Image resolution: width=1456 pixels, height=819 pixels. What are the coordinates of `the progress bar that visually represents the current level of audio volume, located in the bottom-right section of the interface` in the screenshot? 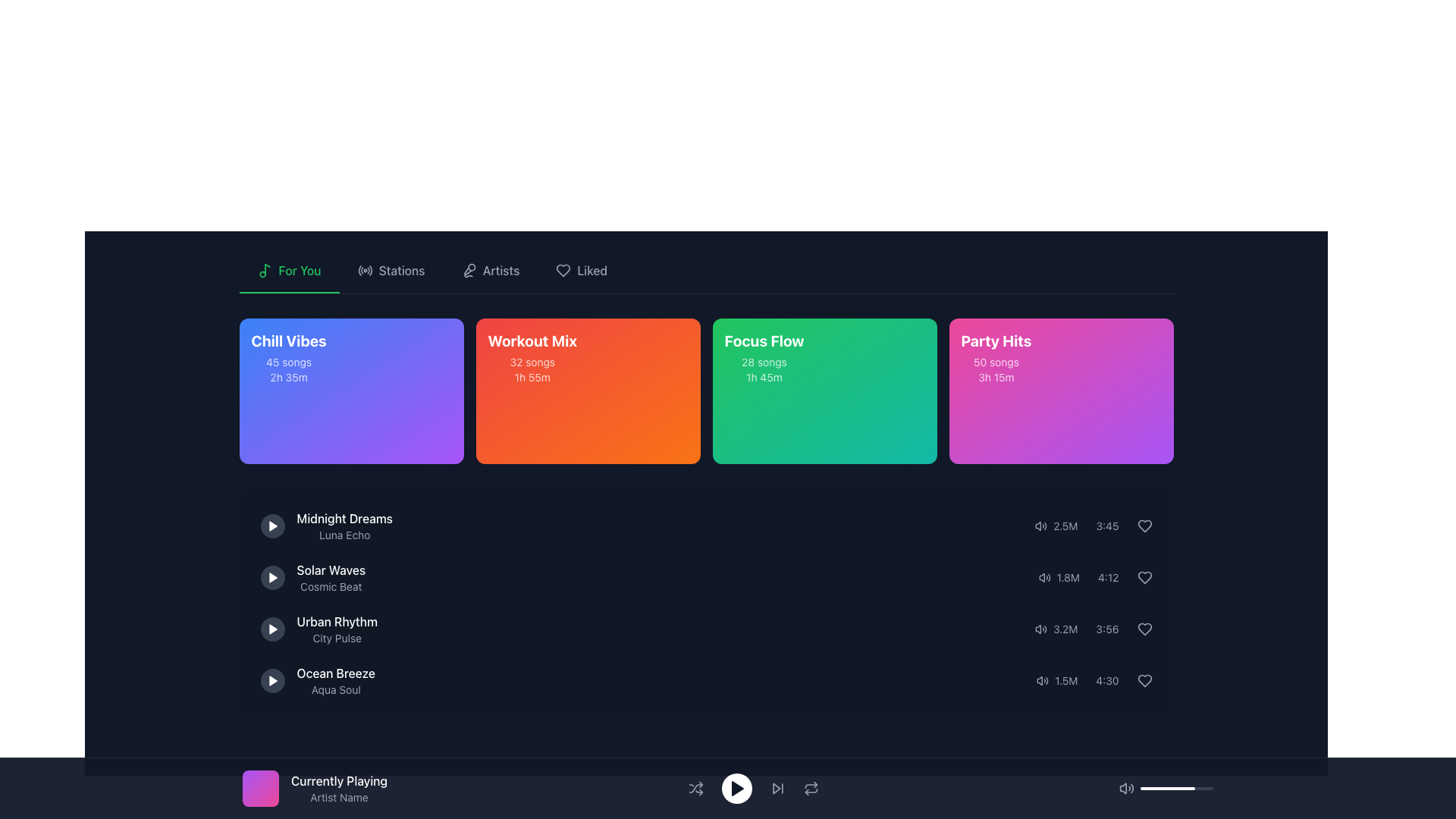 It's located at (1175, 788).